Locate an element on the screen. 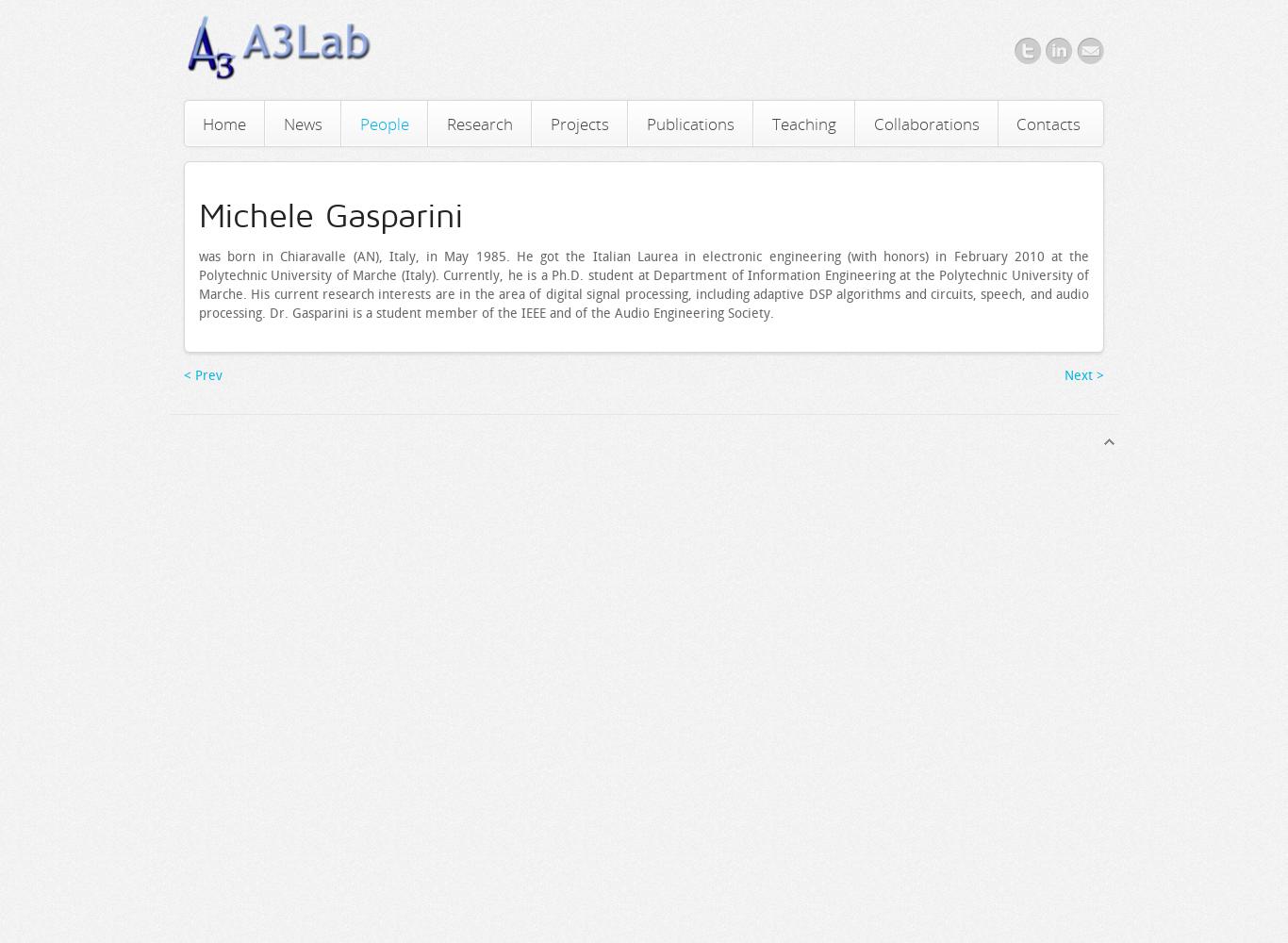 This screenshot has width=1288, height=943. 'Teaching' is located at coordinates (769, 124).